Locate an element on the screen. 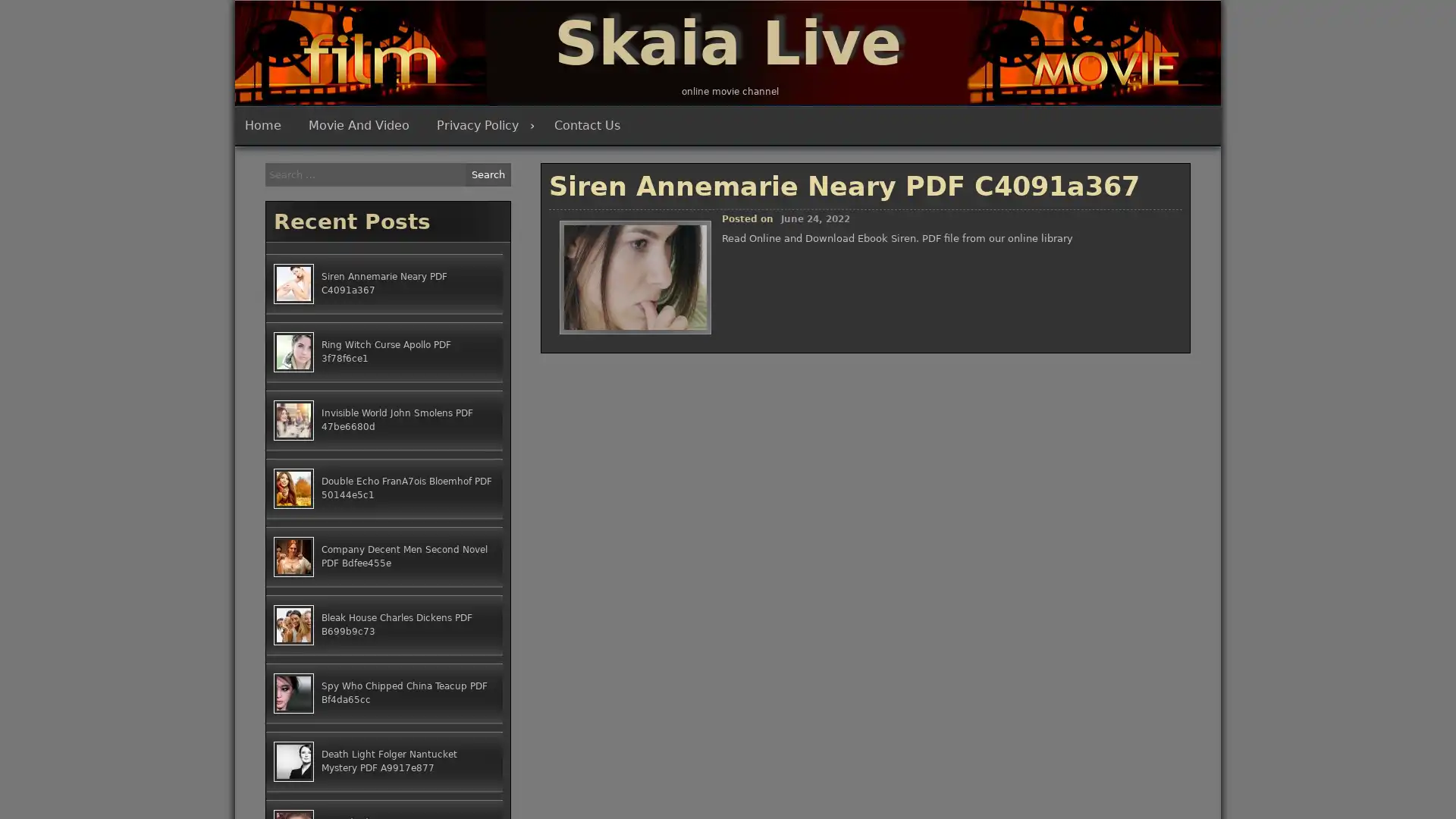 The width and height of the screenshot is (1456, 819). Search is located at coordinates (488, 174).